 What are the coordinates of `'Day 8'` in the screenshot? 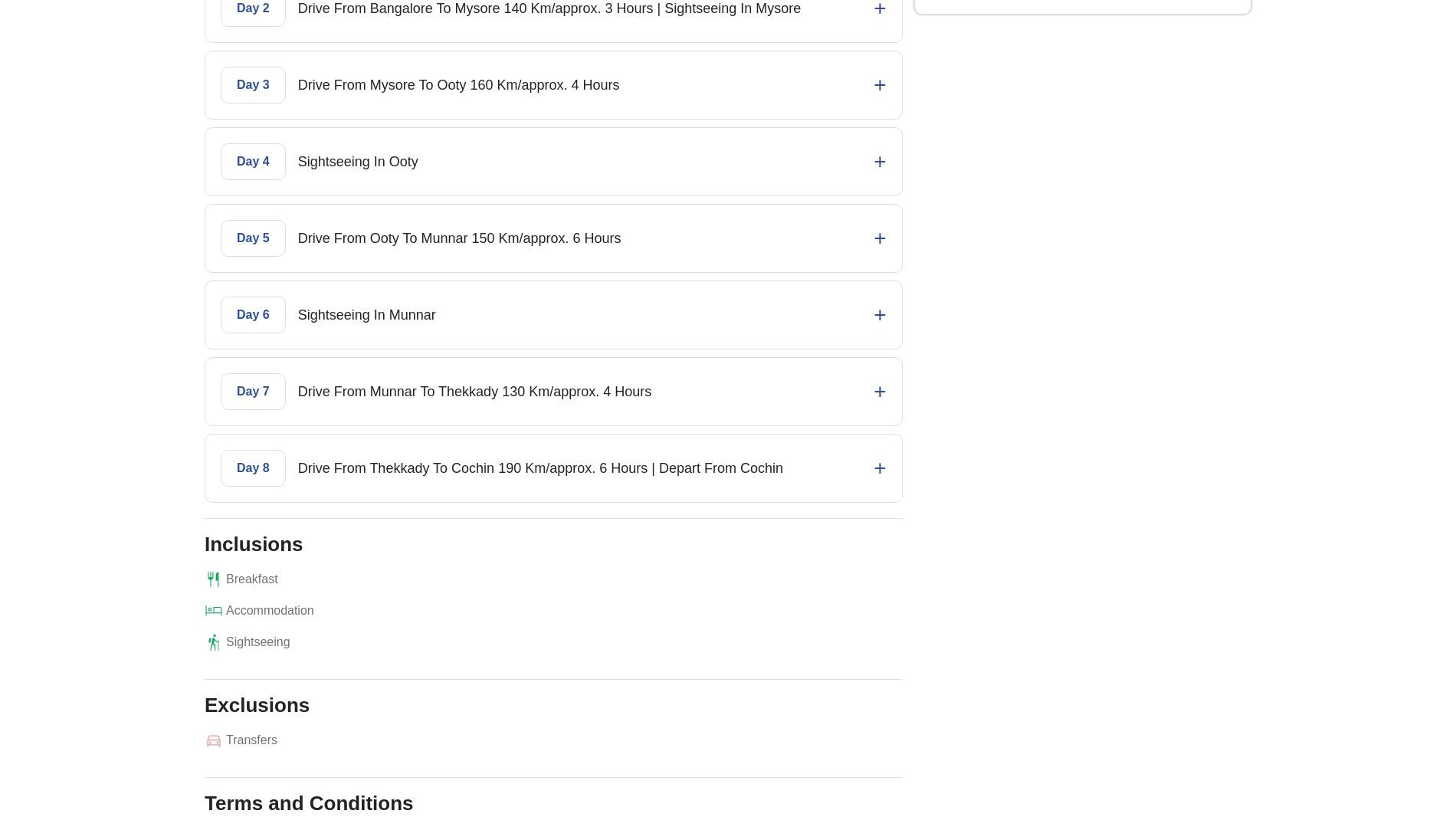 It's located at (235, 467).